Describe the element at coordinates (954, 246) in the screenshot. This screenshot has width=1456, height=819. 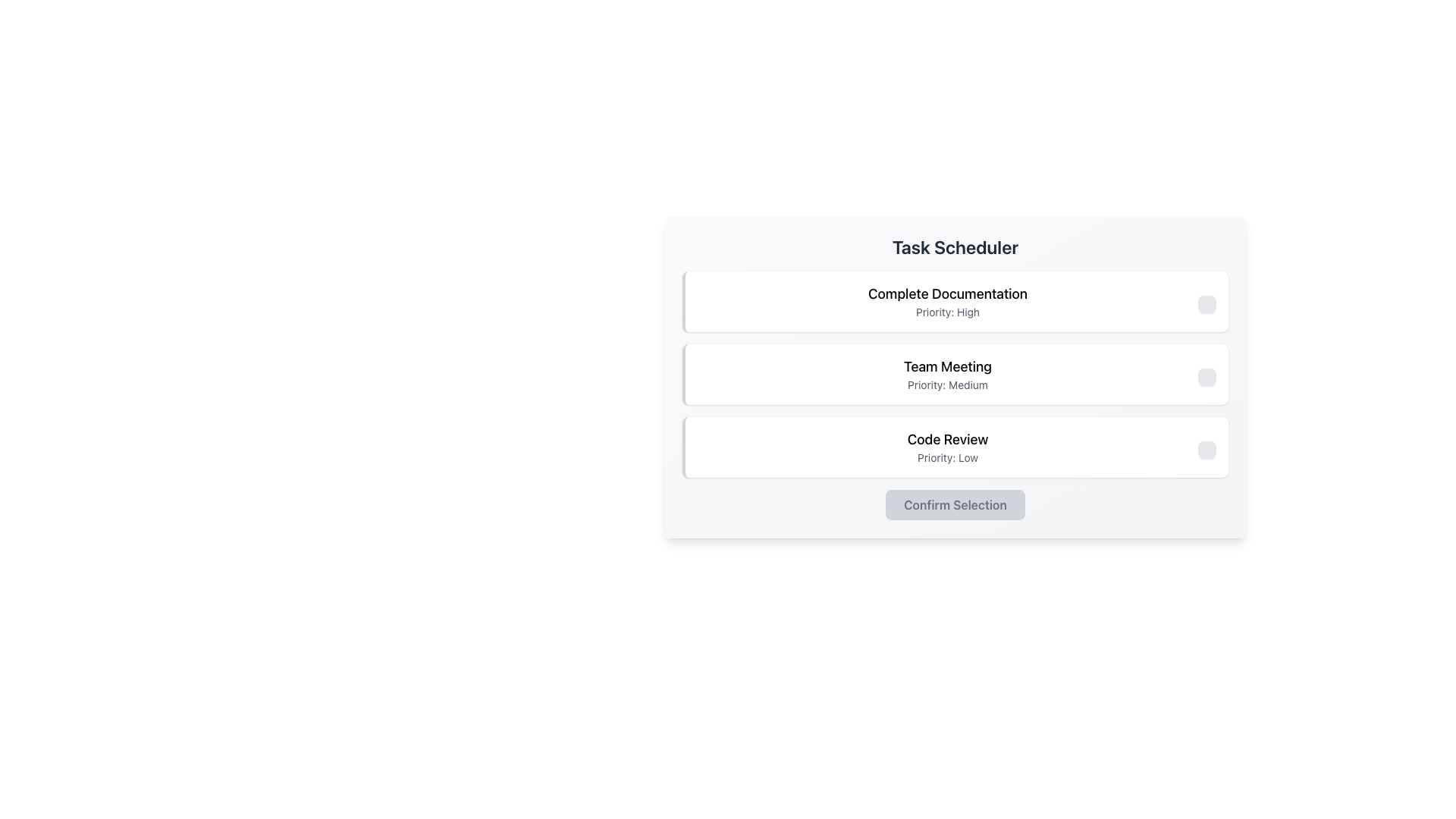
I see `displayed text from the Text Label, which serves as the title for the task scheduling interface located at the top center of the panel` at that location.